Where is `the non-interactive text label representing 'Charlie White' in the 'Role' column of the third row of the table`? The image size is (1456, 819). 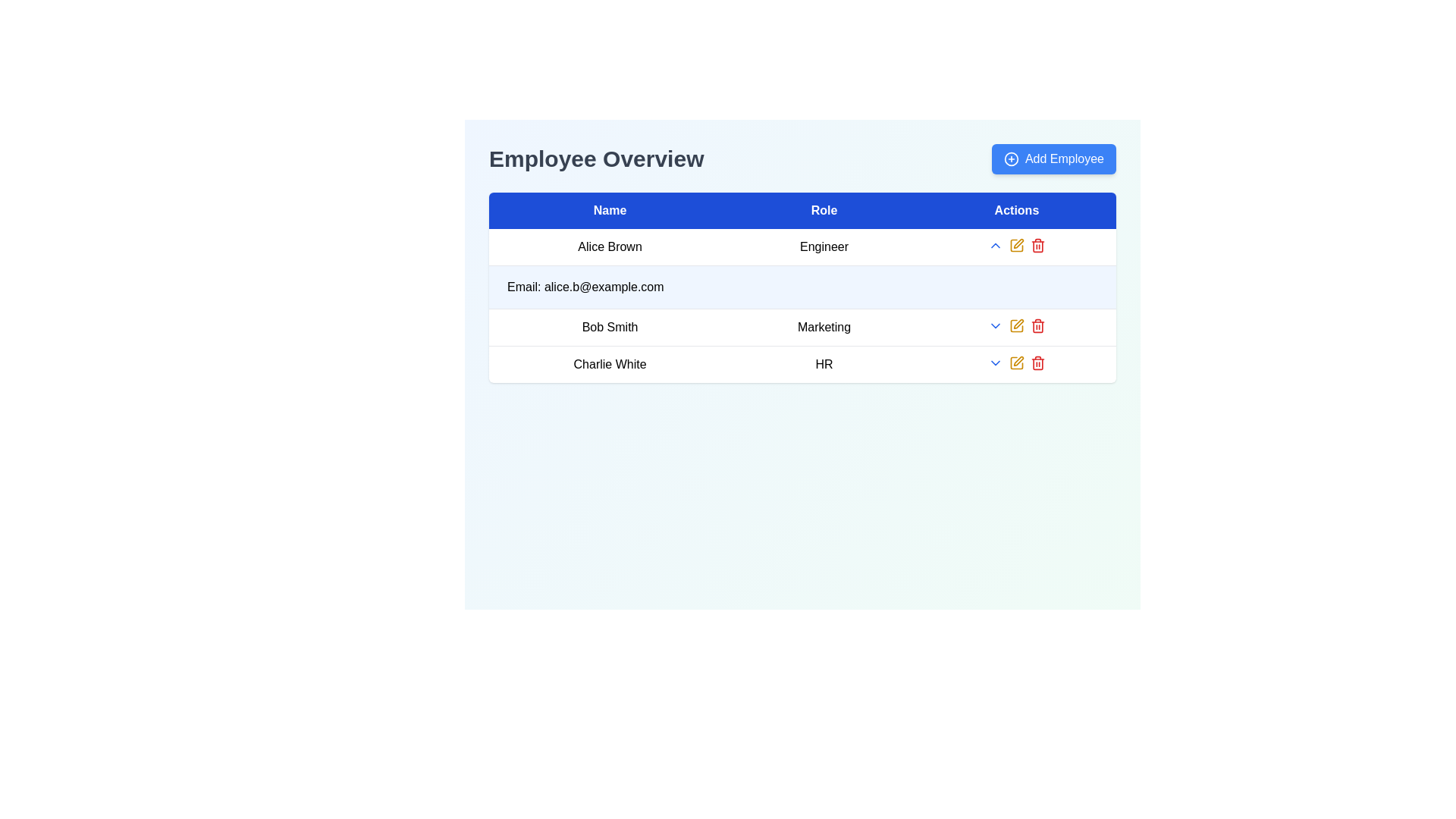 the non-interactive text label representing 'Charlie White' in the 'Role' column of the third row of the table is located at coordinates (824, 364).